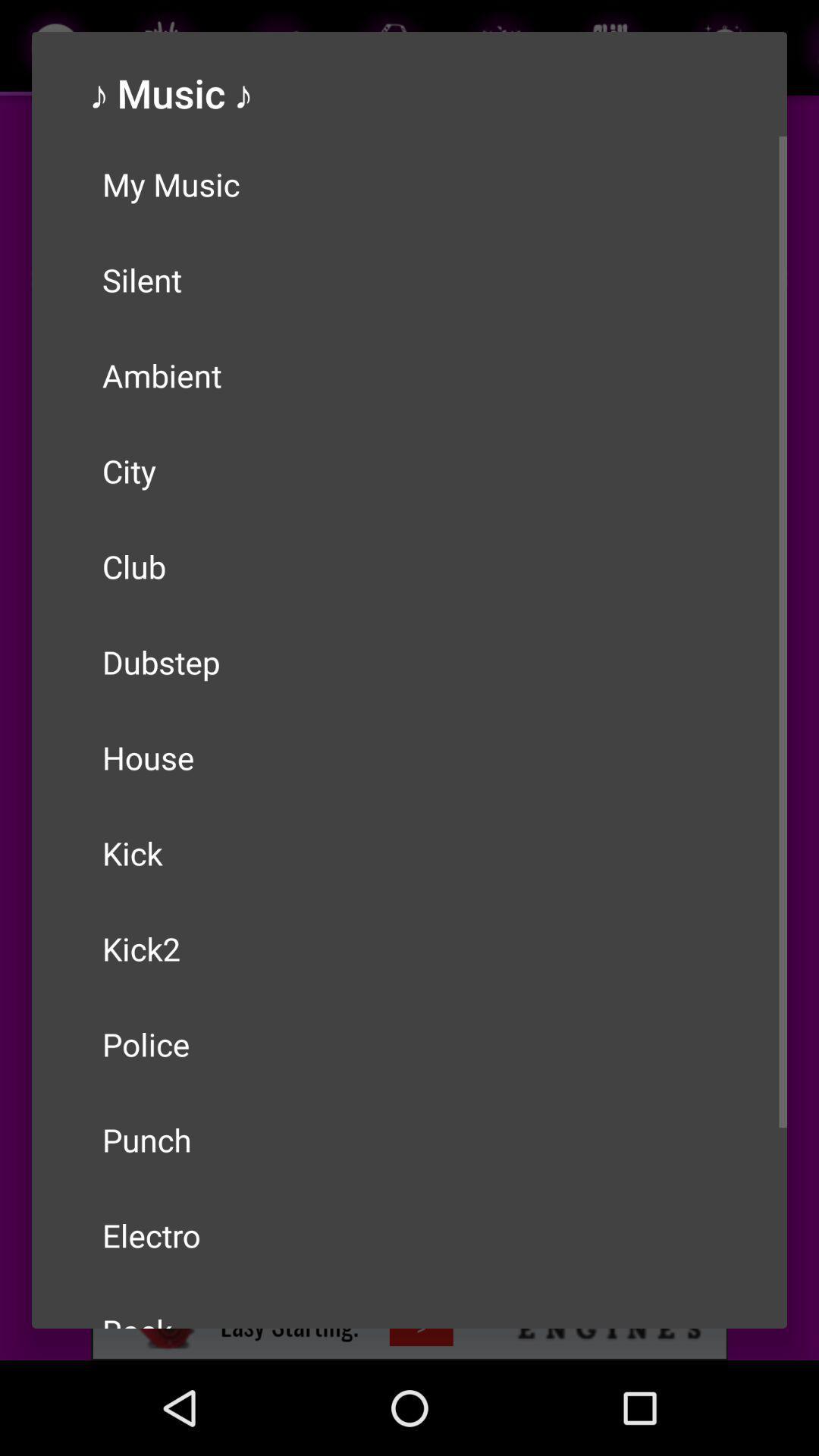 The height and width of the screenshot is (1456, 819). What do you see at coordinates (409, 375) in the screenshot?
I see `the icon below the 		silent item` at bounding box center [409, 375].